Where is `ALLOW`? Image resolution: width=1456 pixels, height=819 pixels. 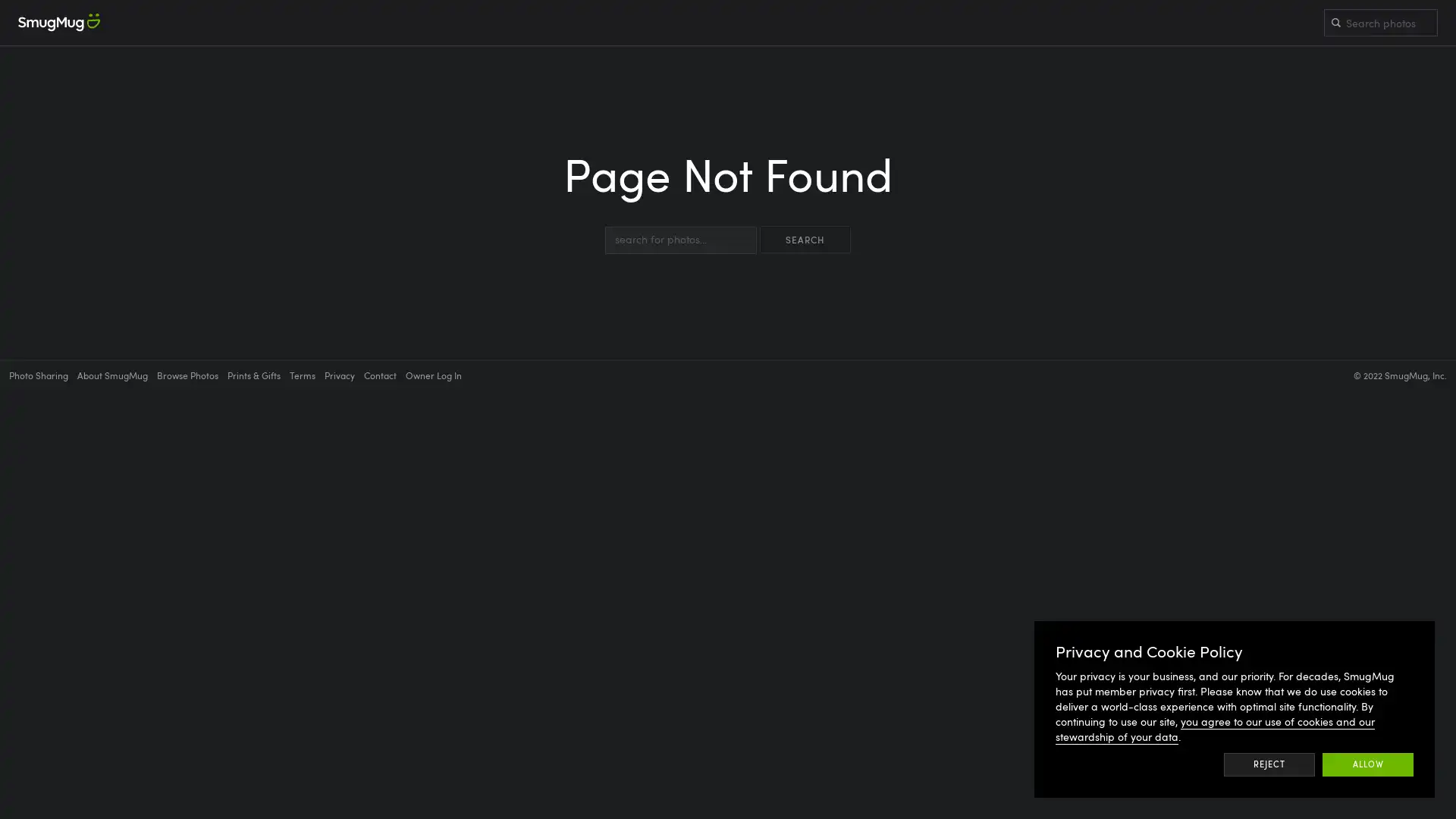 ALLOW is located at coordinates (1368, 764).